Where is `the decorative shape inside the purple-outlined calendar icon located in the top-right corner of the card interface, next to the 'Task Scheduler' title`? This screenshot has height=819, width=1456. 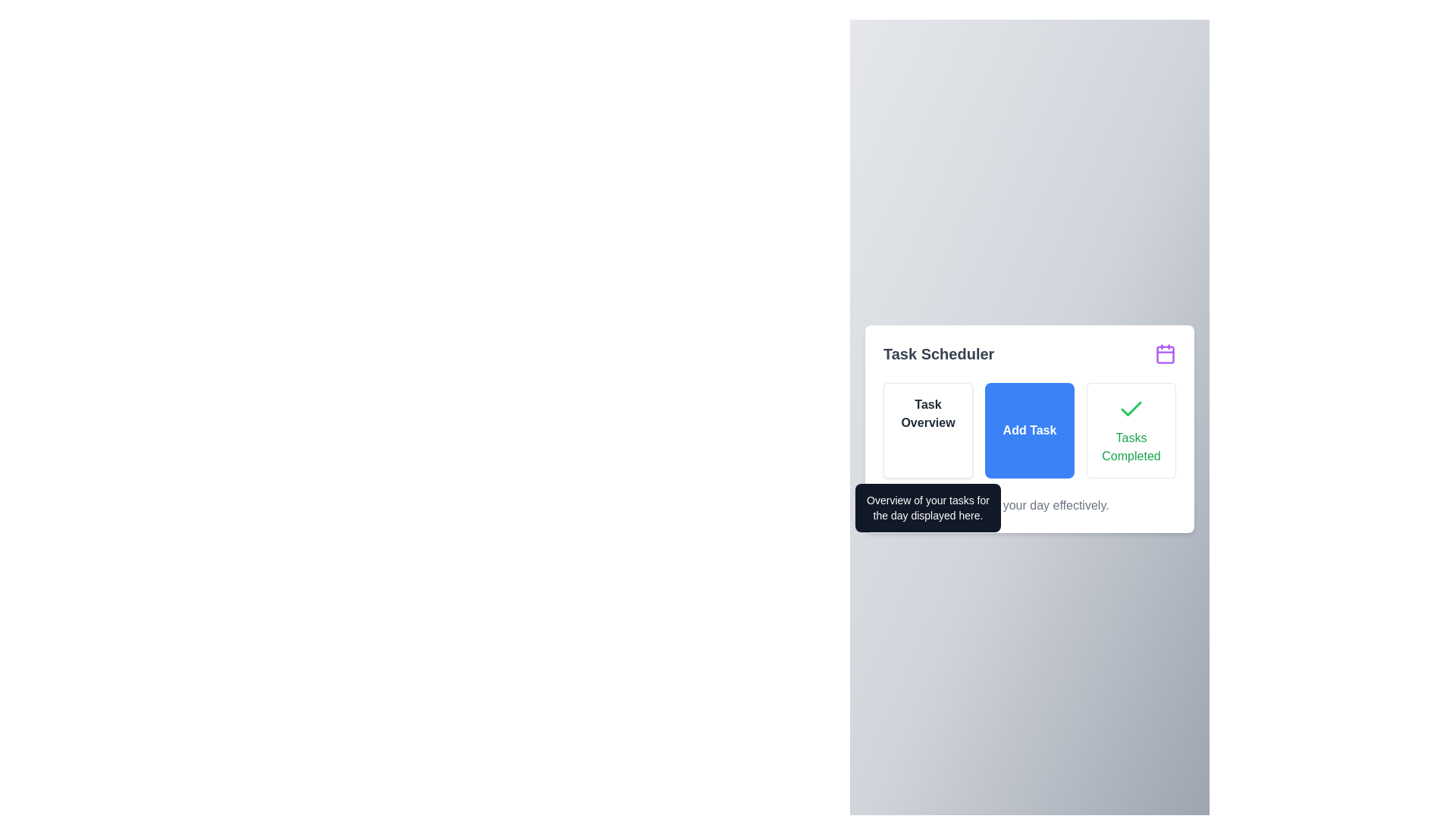 the decorative shape inside the purple-outlined calendar icon located in the top-right corner of the card interface, next to the 'Task Scheduler' title is located at coordinates (1164, 354).